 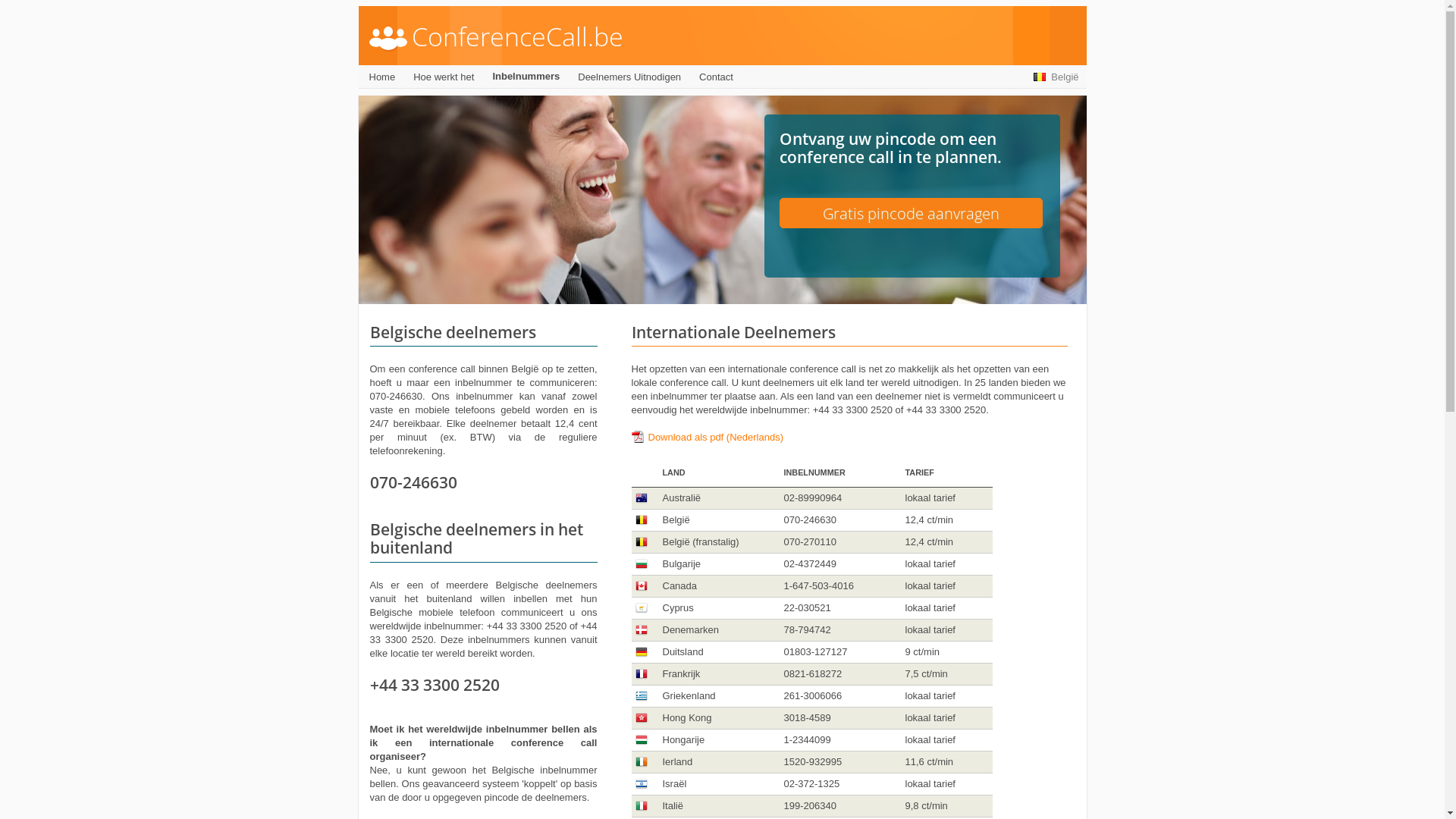 What do you see at coordinates (443, 77) in the screenshot?
I see `'Hoe werkt het'` at bounding box center [443, 77].